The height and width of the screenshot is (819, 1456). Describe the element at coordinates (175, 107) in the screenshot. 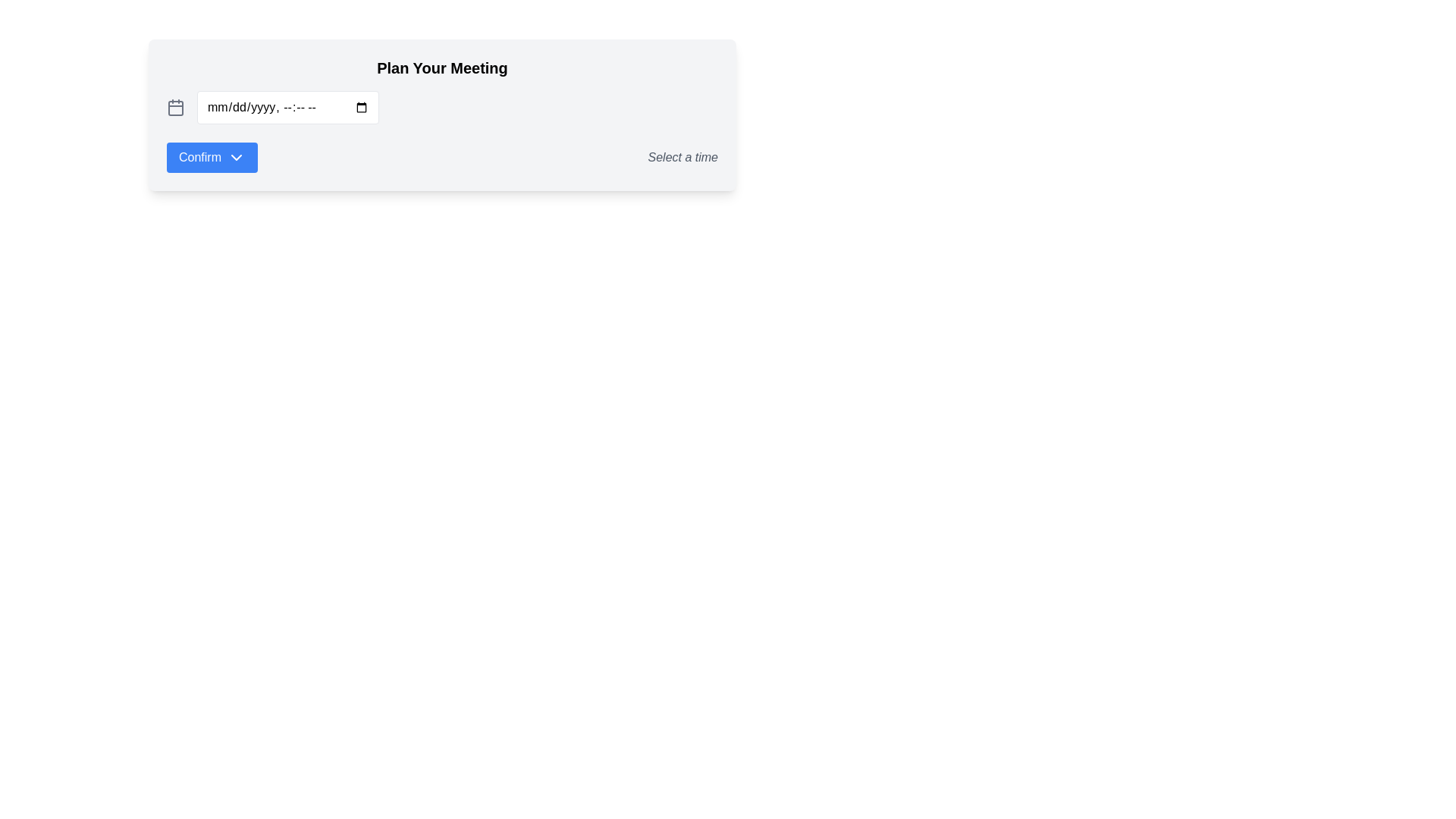

I see `the calendar icon which is a rectangle with rounded corners, centrally positioned within its frame, located to the left of the date input field` at that location.